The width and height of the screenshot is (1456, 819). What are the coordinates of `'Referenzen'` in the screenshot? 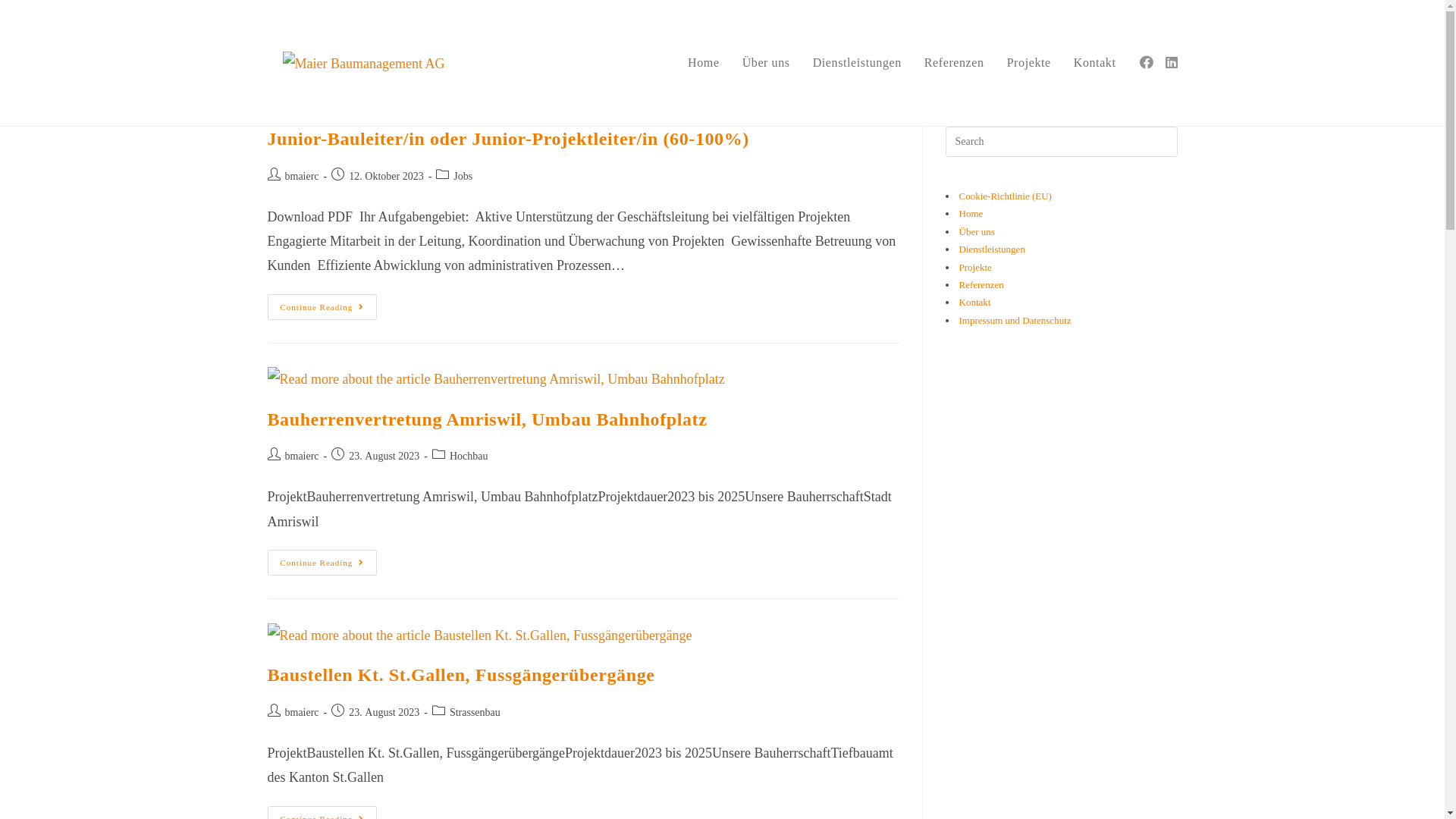 It's located at (953, 62).